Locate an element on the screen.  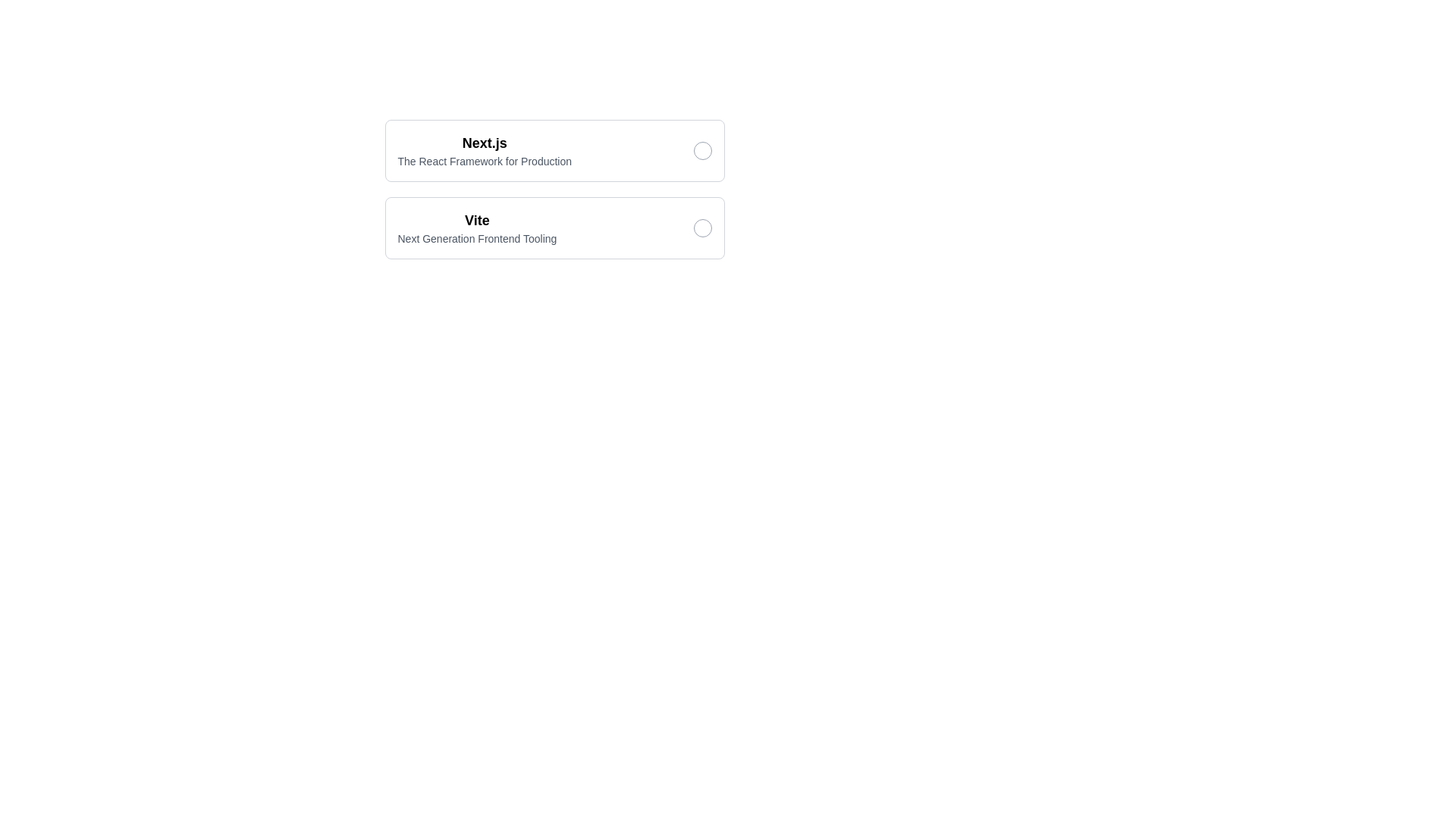
to select the 'Next.js' selection item, which is the first element in a vertical list of selection items, featuring a bold title and a circular icon on the right is located at coordinates (554, 151).